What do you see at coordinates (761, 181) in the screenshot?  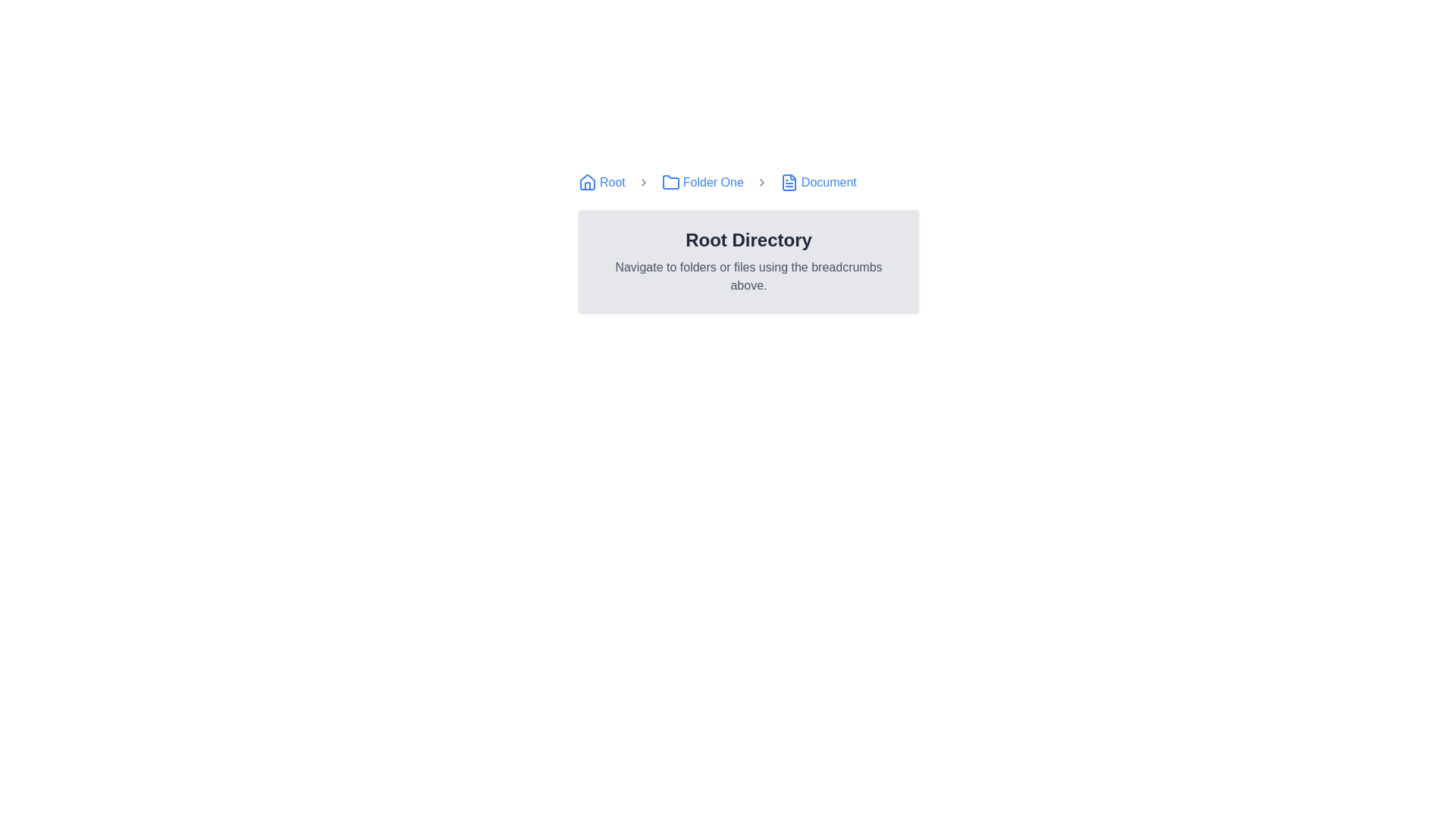 I see `the right-pointing chevron icon in the breadcrumb trail, which is styled in gray and positioned between 'Folder One' and 'Document'` at bounding box center [761, 181].